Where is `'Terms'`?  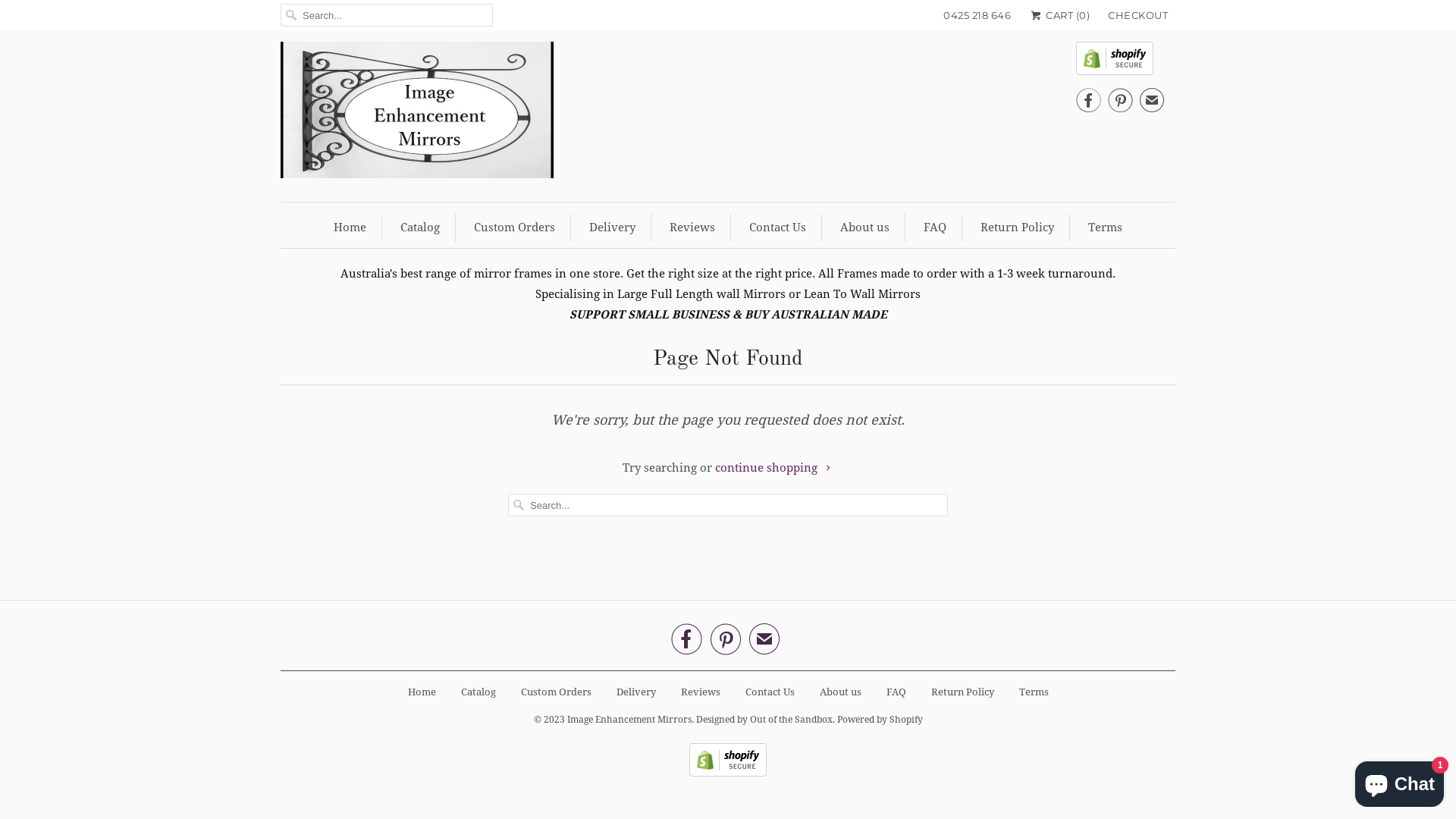
'Terms' is located at coordinates (1033, 692).